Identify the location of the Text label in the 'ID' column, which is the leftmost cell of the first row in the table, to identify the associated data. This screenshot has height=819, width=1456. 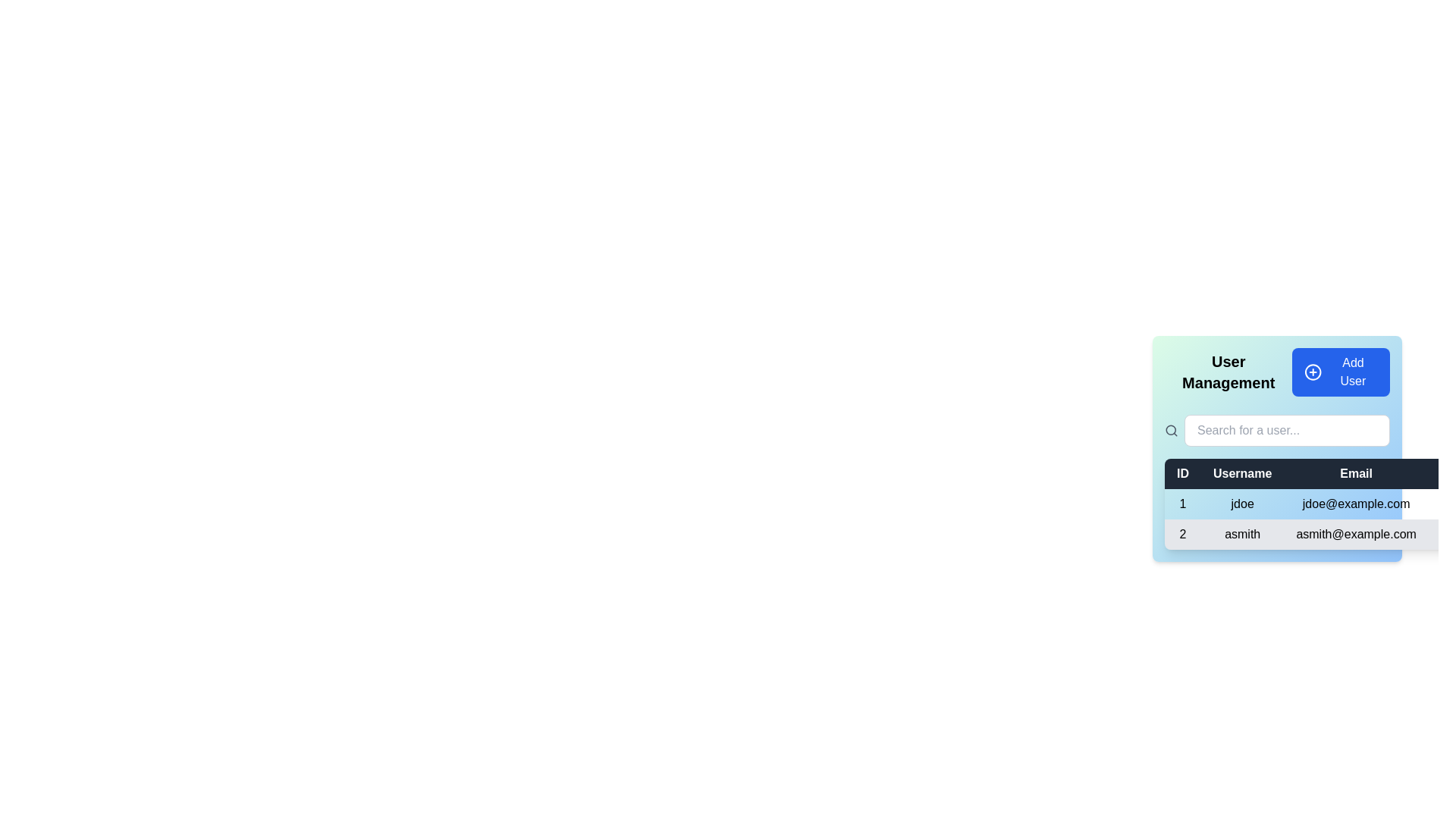
(1182, 504).